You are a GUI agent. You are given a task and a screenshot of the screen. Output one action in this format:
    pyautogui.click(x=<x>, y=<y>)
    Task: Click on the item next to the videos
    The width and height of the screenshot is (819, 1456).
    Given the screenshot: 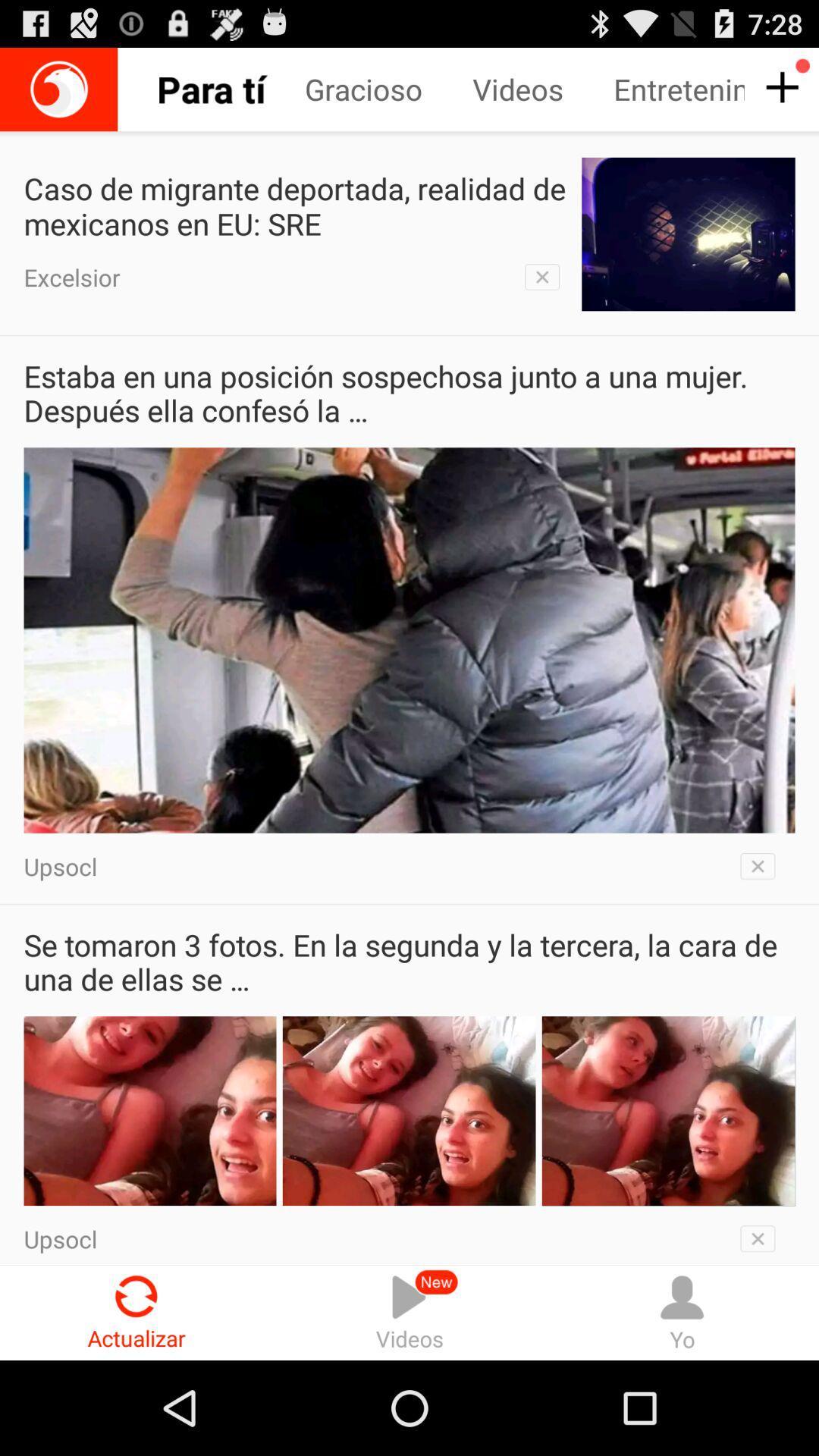 What is the action you would take?
    pyautogui.click(x=678, y=89)
    